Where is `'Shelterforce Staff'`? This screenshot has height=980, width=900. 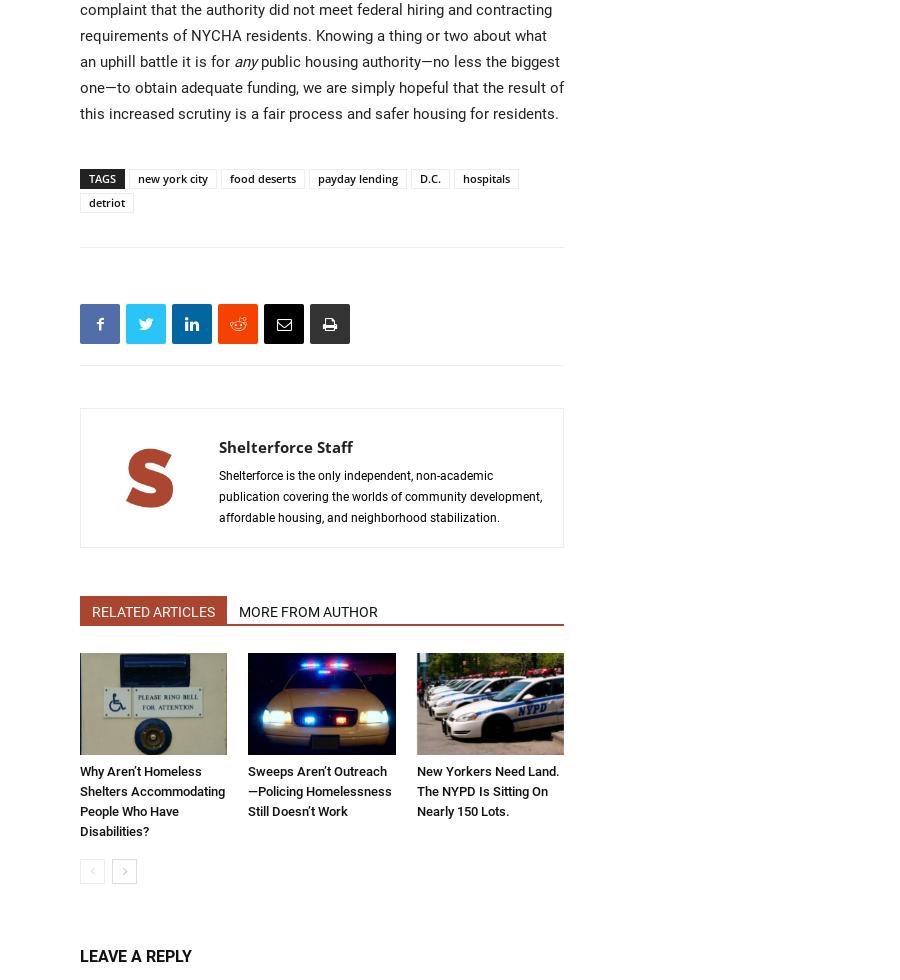 'Shelterforce Staff' is located at coordinates (285, 446).